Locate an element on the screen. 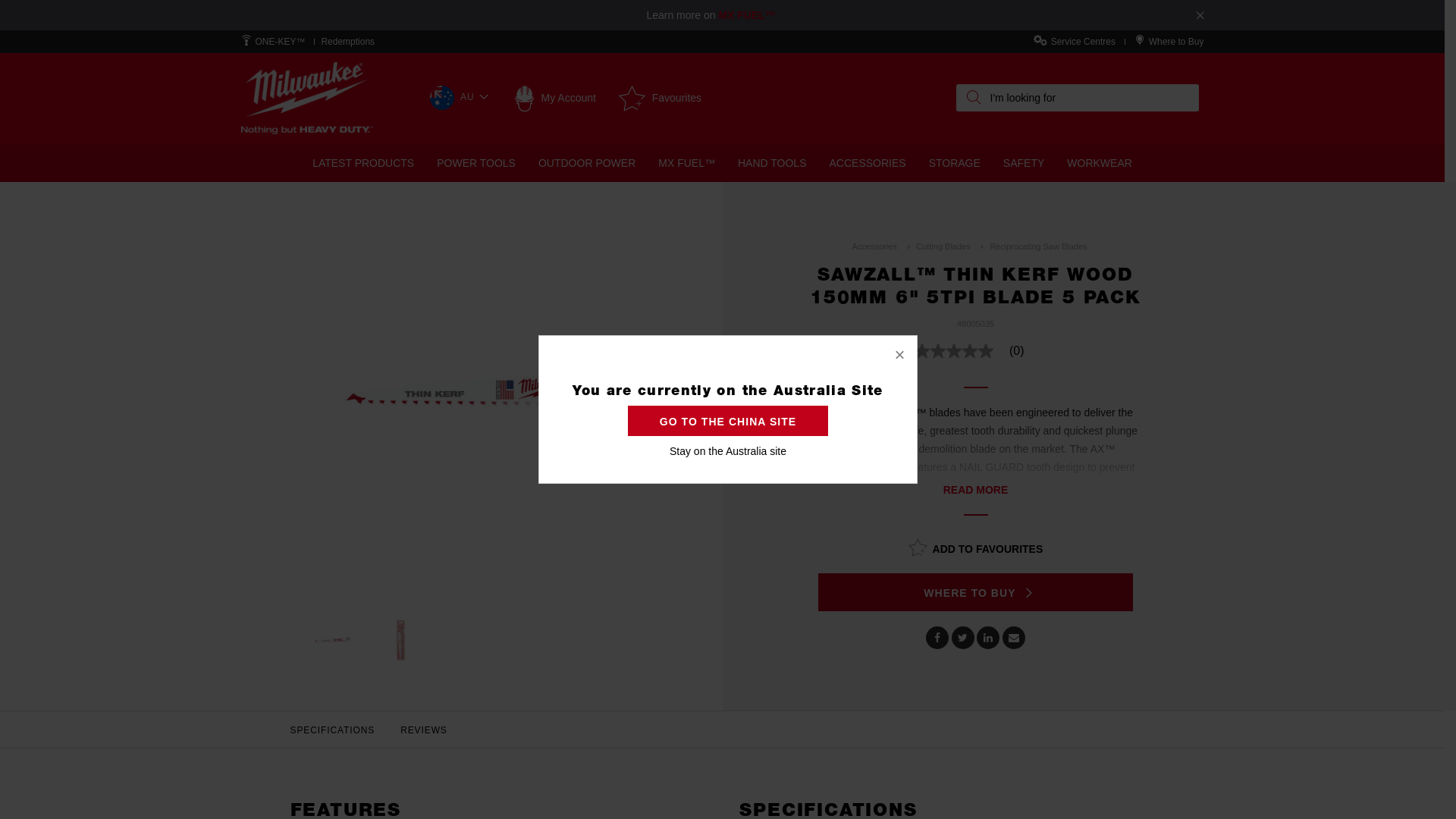 The width and height of the screenshot is (1456, 819). 'ACCESSORIES' is located at coordinates (817, 163).